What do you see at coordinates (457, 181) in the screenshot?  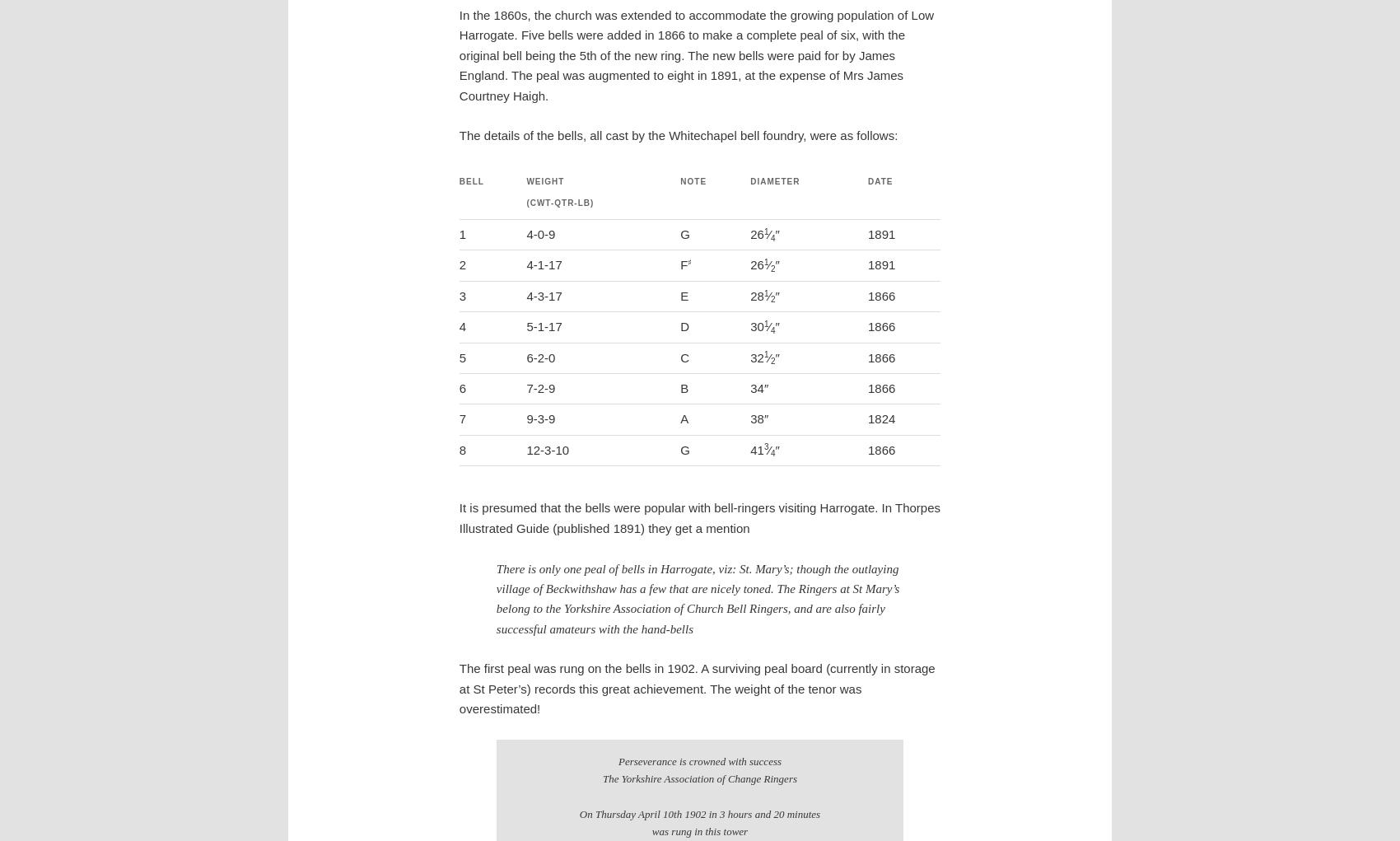 I see `'Bell'` at bounding box center [457, 181].